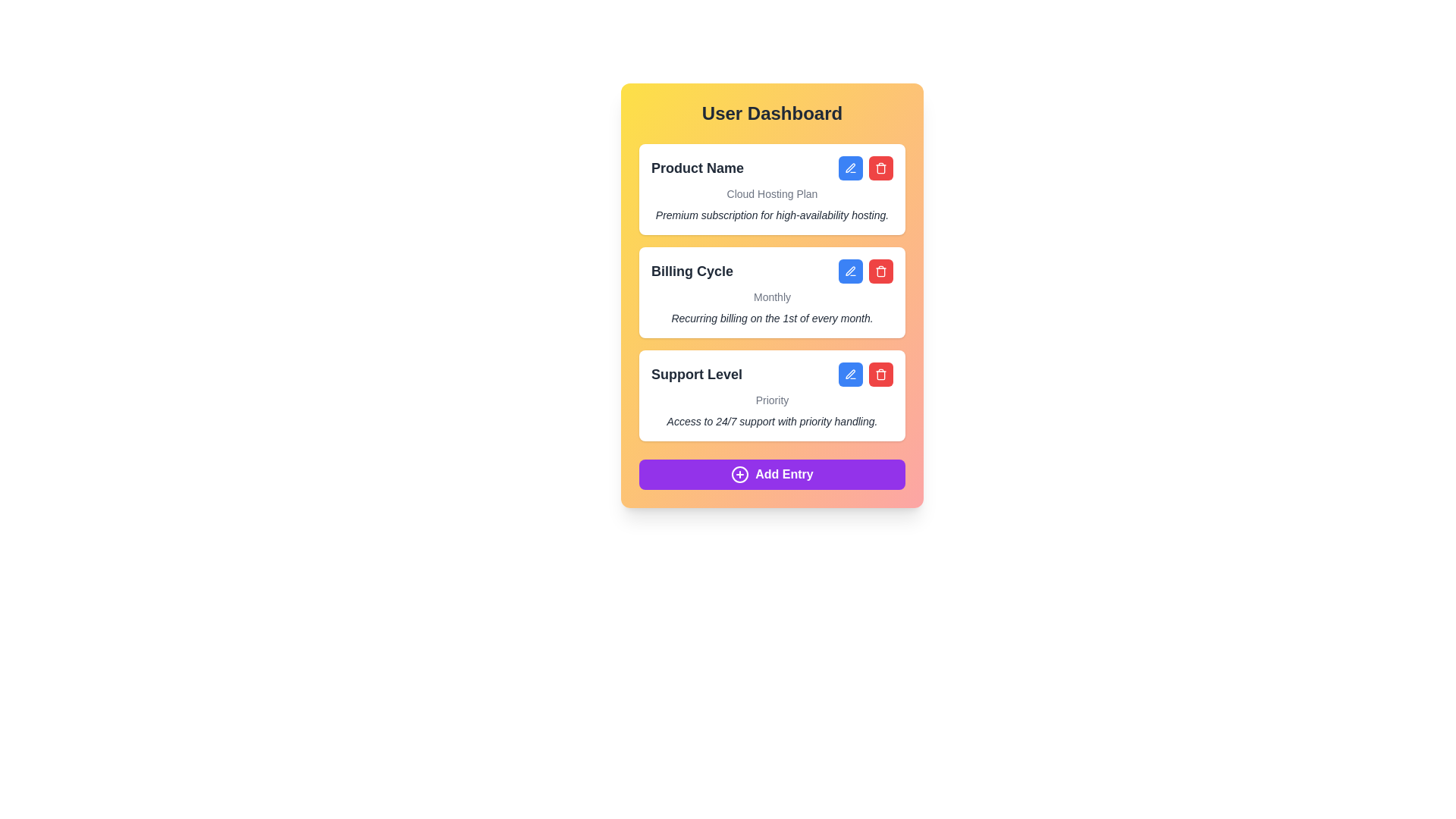  Describe the element at coordinates (740, 473) in the screenshot. I see `the circular outline of the 'Add Entry' button icon` at that location.